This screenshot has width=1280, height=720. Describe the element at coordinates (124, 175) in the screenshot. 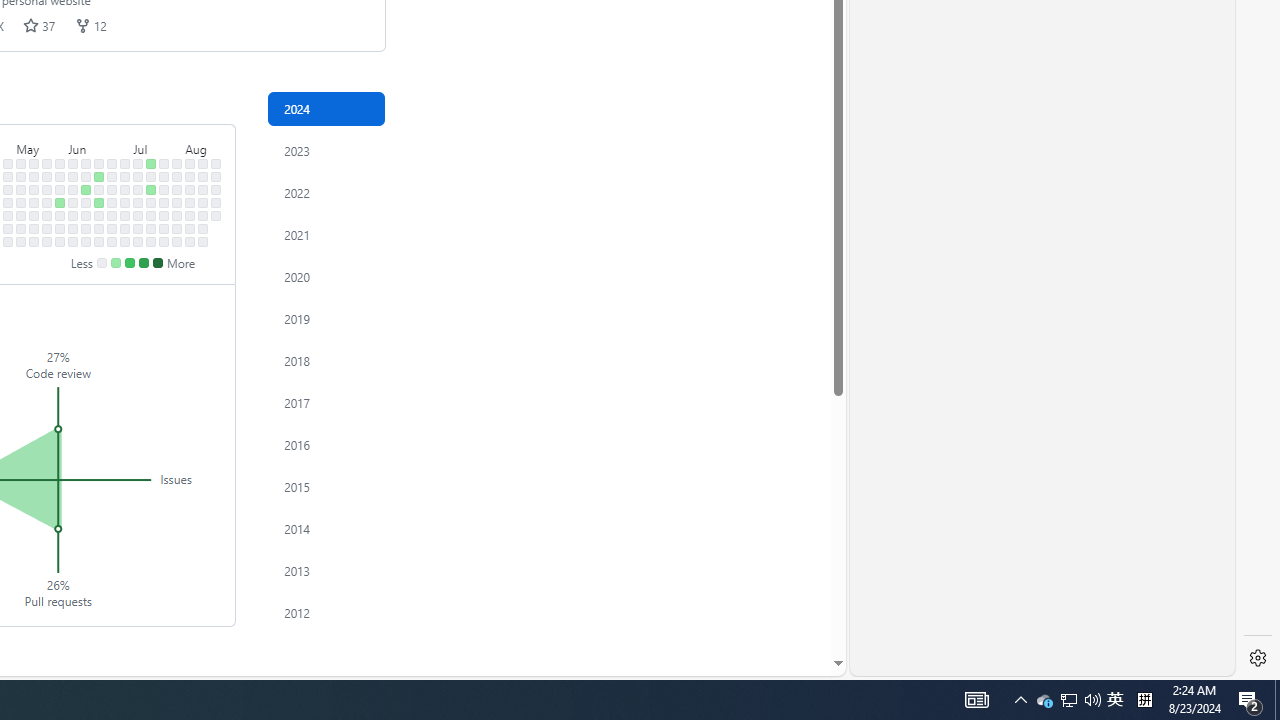

I see `'No contributions on July 1st.'` at that location.